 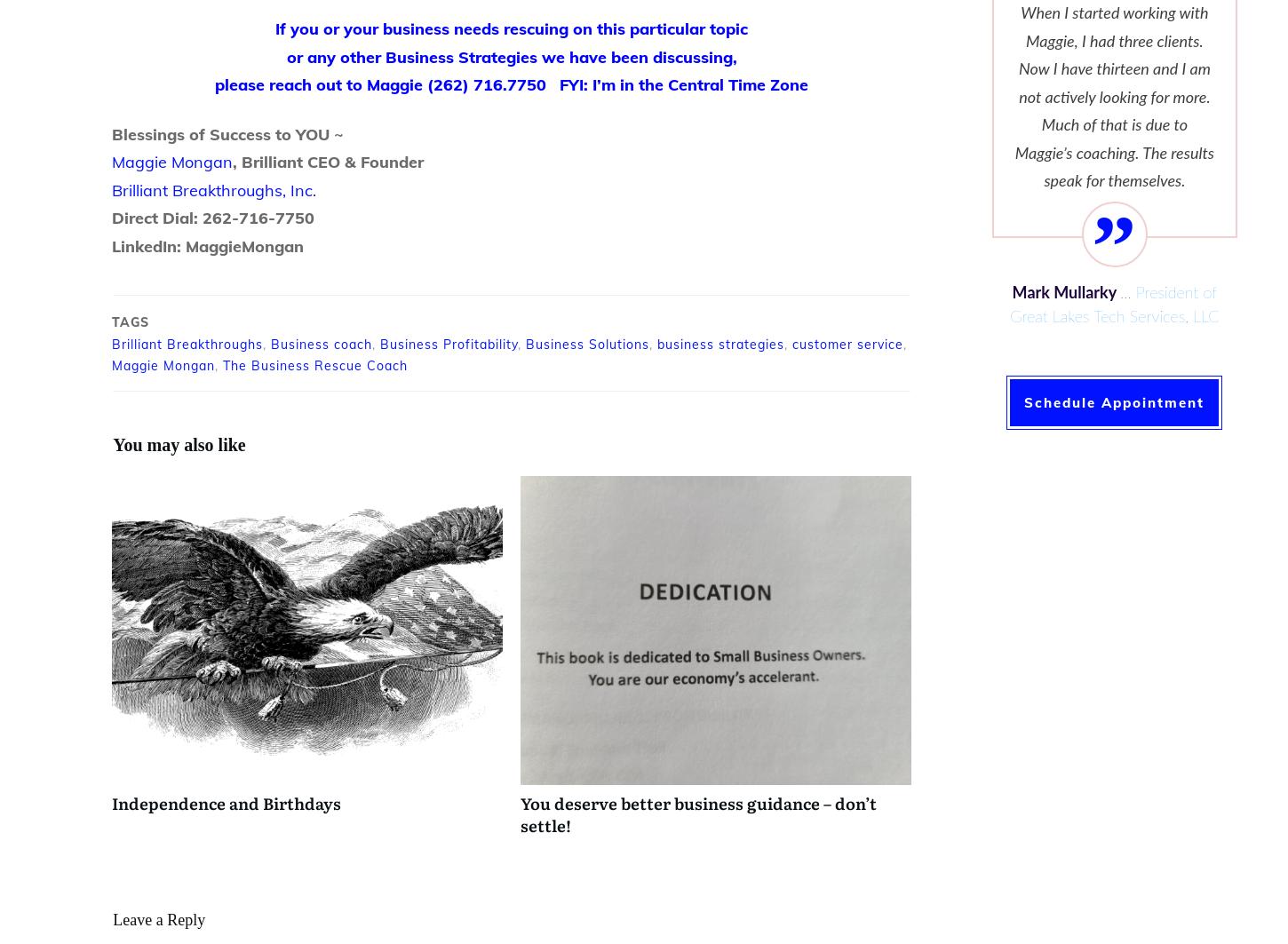 What do you see at coordinates (207, 245) in the screenshot?
I see `'LinkedIn: MaggieMongan'` at bounding box center [207, 245].